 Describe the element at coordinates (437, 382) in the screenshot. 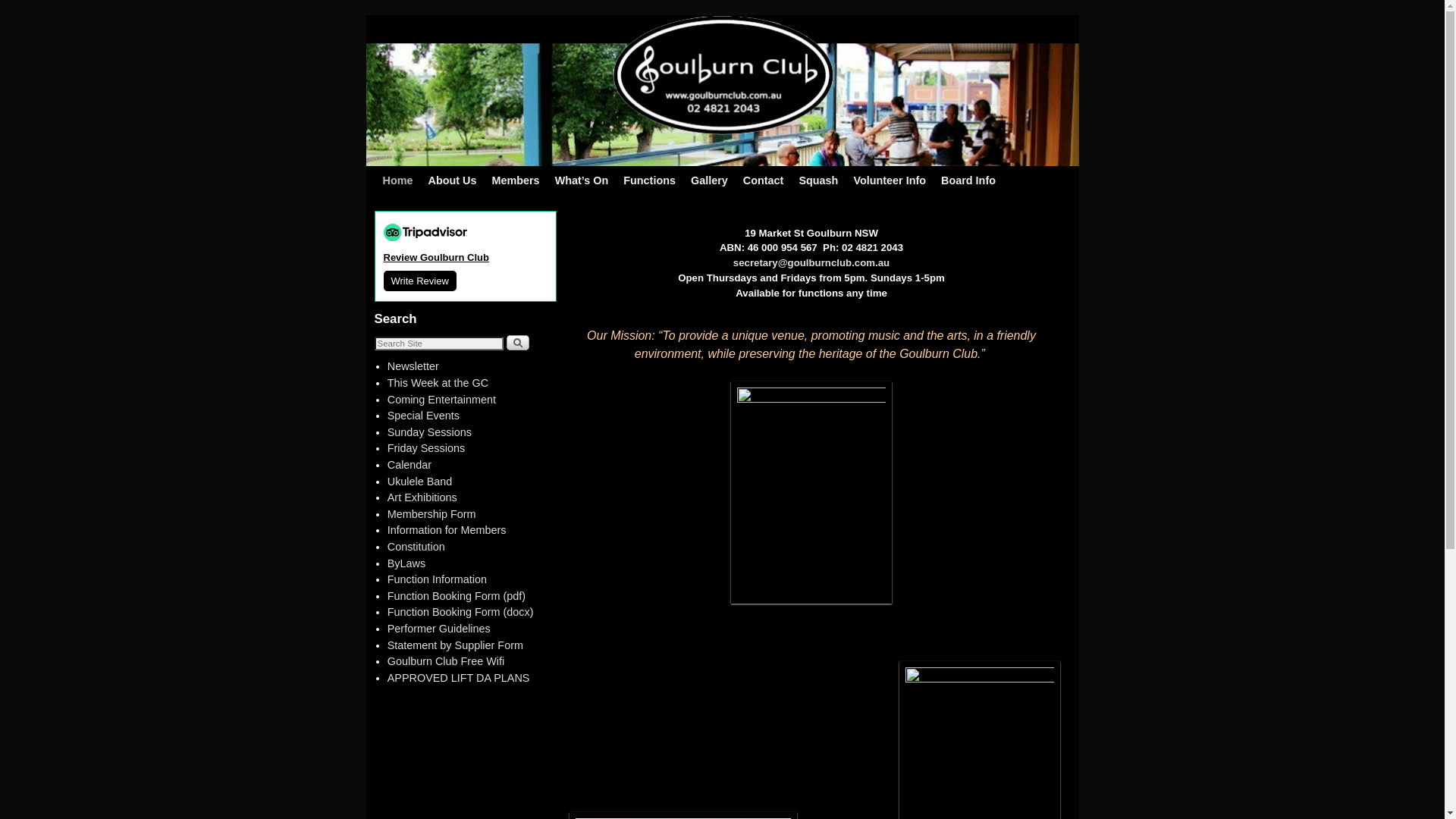

I see `'This Week at the GC'` at that location.